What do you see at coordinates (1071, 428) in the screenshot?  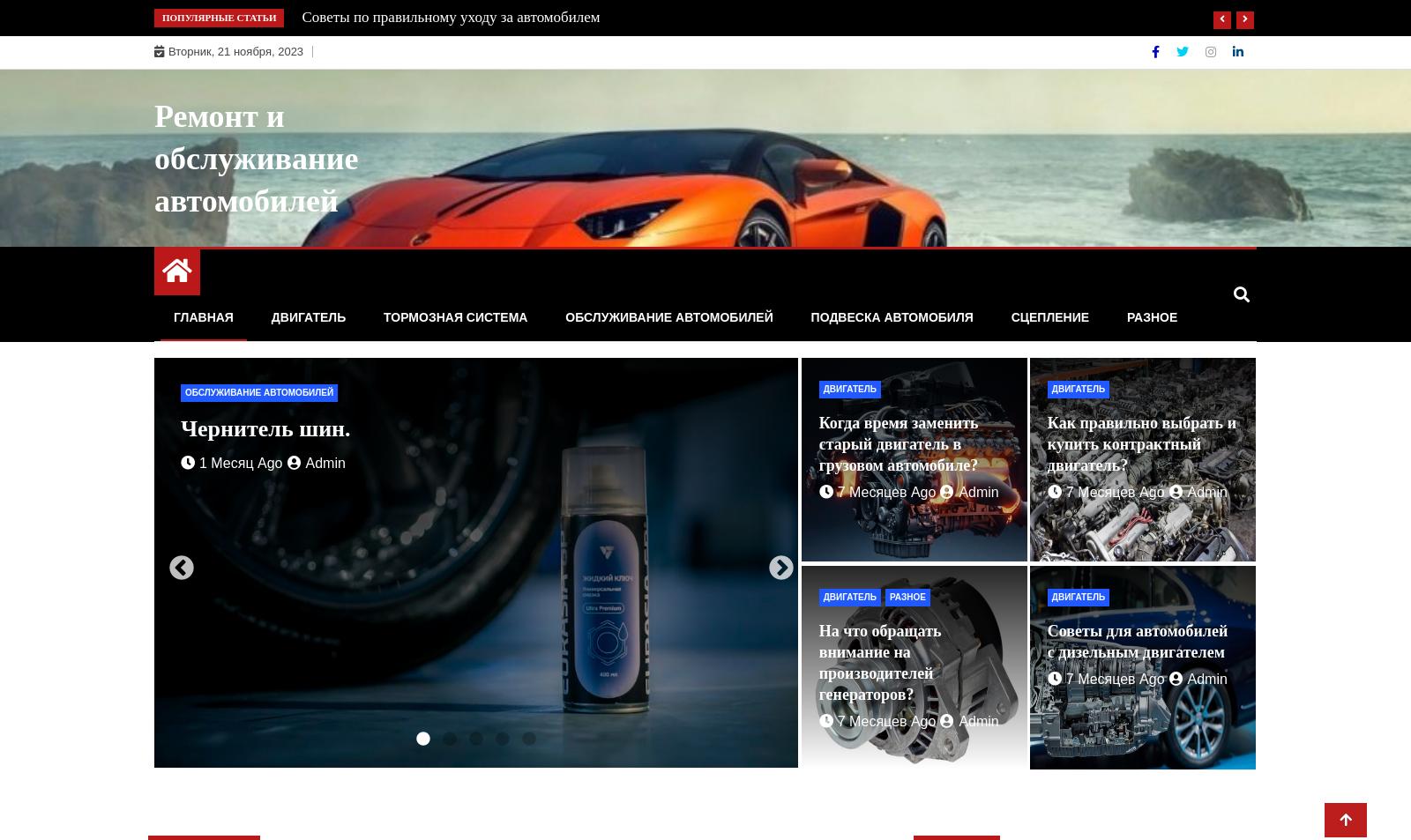 I see `'Техническое обслуживание Мерседес в Москве.'` at bounding box center [1071, 428].